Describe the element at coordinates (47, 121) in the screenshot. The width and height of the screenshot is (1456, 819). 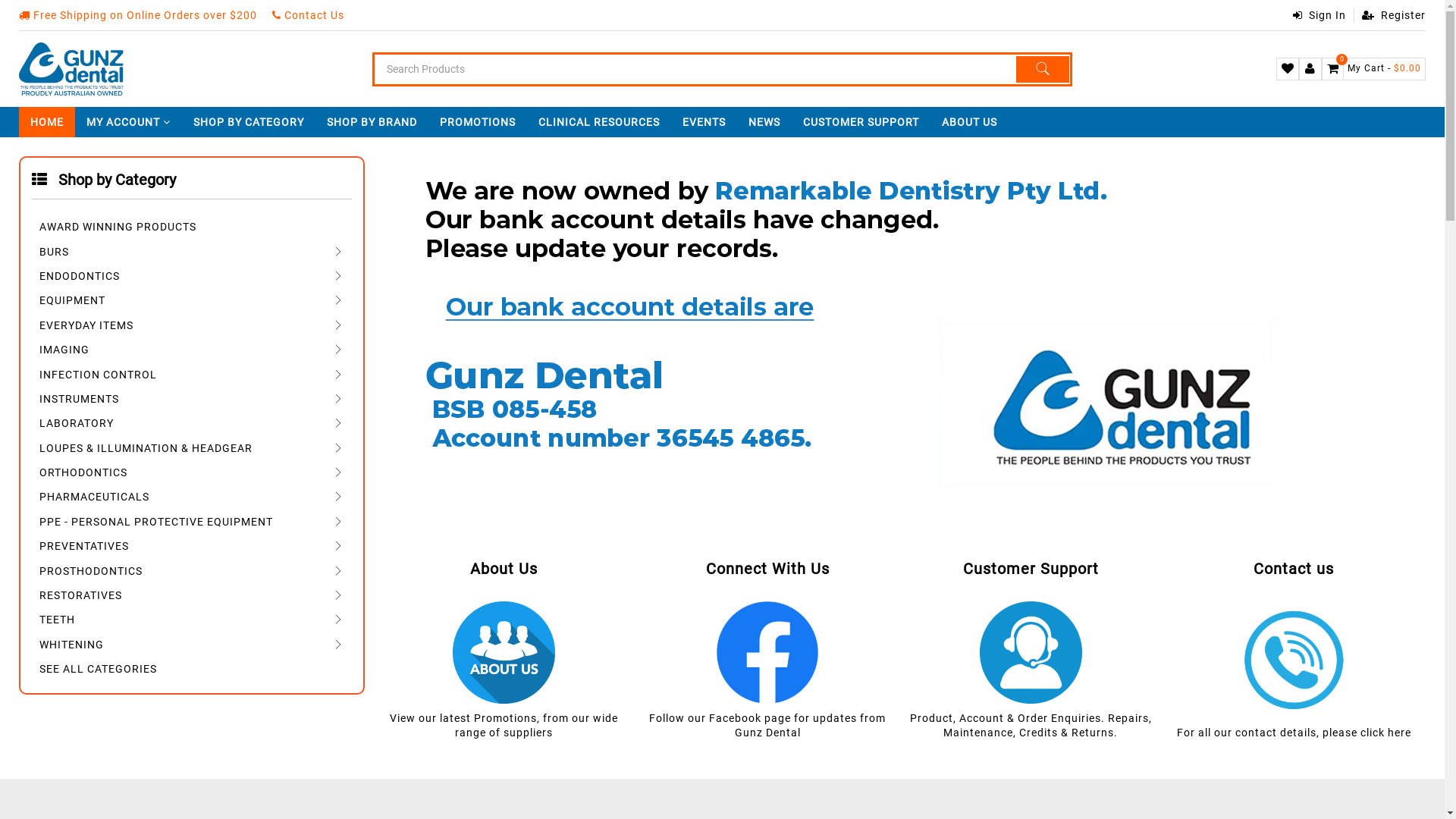
I see `'HOME'` at that location.